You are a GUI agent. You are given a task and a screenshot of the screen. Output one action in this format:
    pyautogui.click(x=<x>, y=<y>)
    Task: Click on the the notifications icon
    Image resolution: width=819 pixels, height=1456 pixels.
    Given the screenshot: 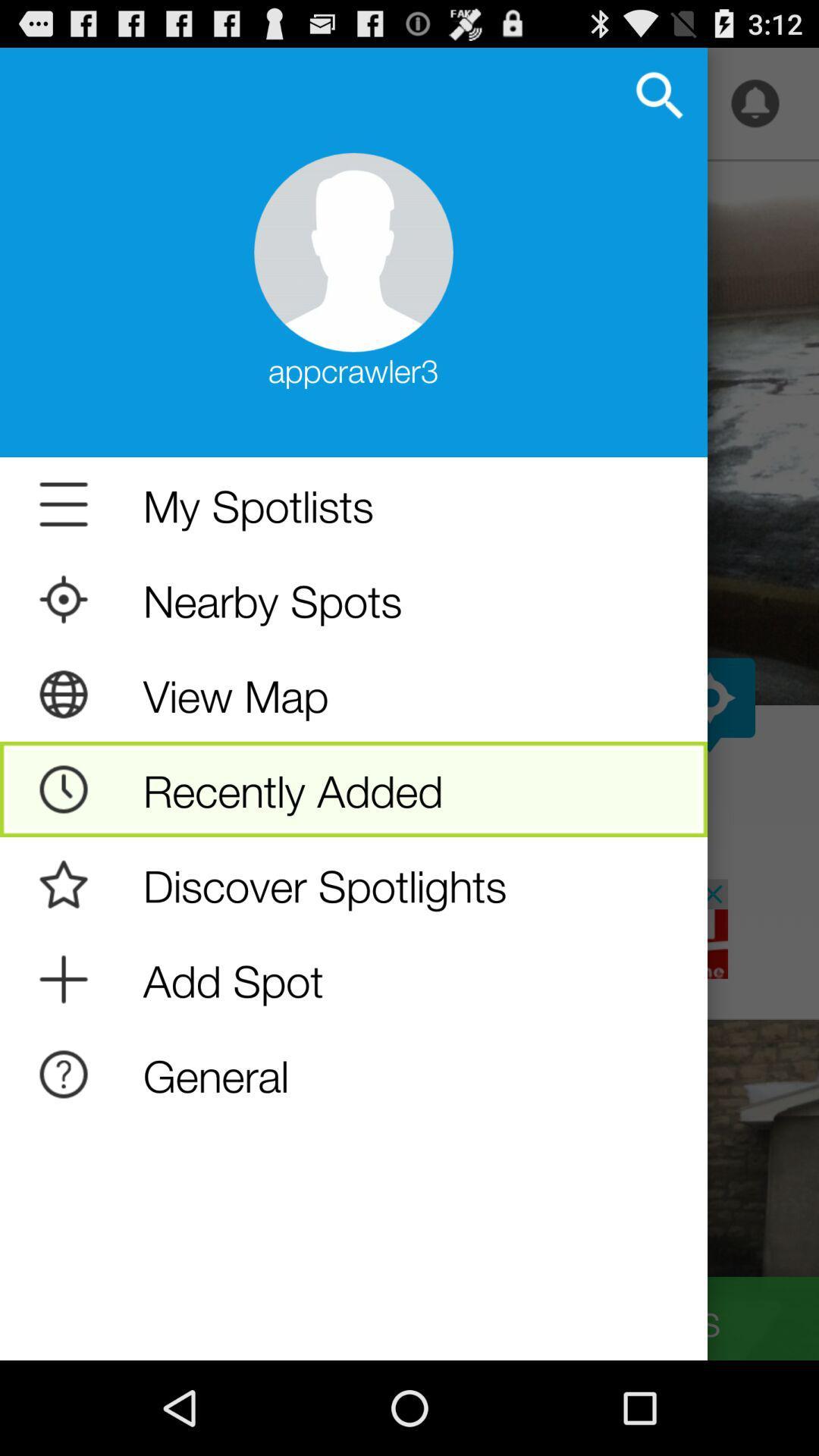 What is the action you would take?
    pyautogui.click(x=755, y=110)
    